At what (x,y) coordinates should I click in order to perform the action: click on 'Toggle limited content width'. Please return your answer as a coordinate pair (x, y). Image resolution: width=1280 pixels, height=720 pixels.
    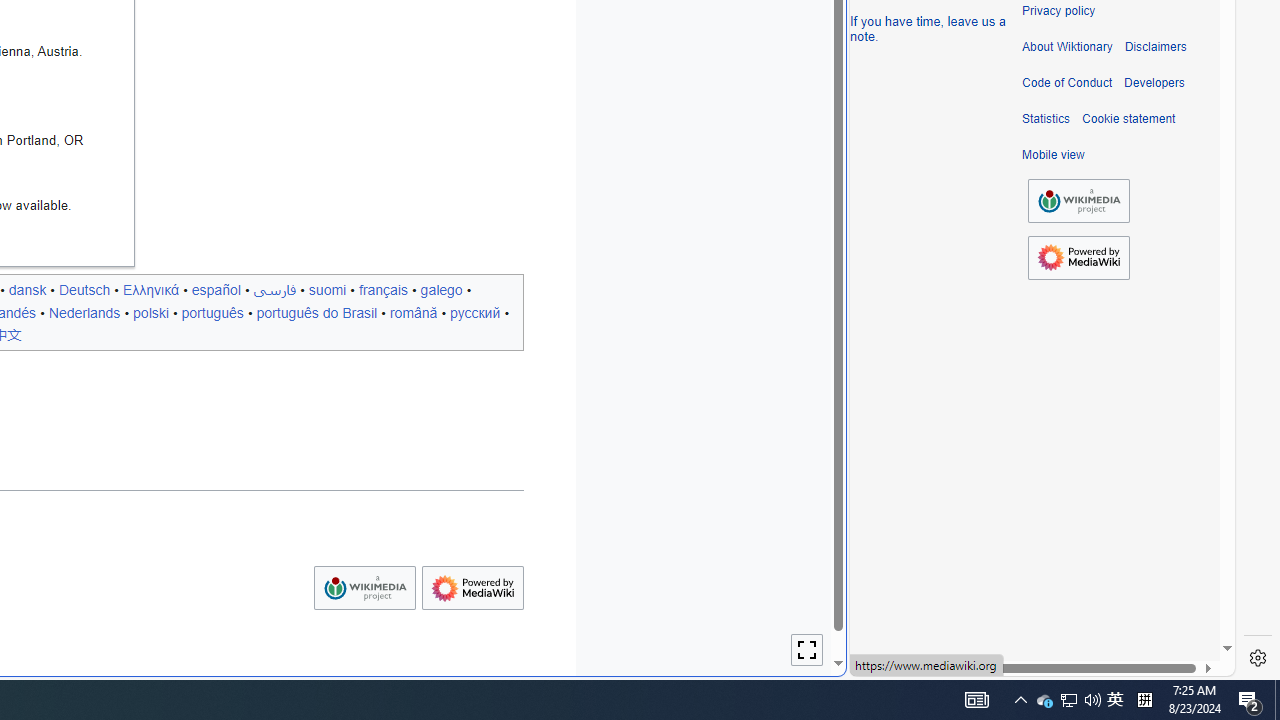
    Looking at the image, I should click on (807, 650).